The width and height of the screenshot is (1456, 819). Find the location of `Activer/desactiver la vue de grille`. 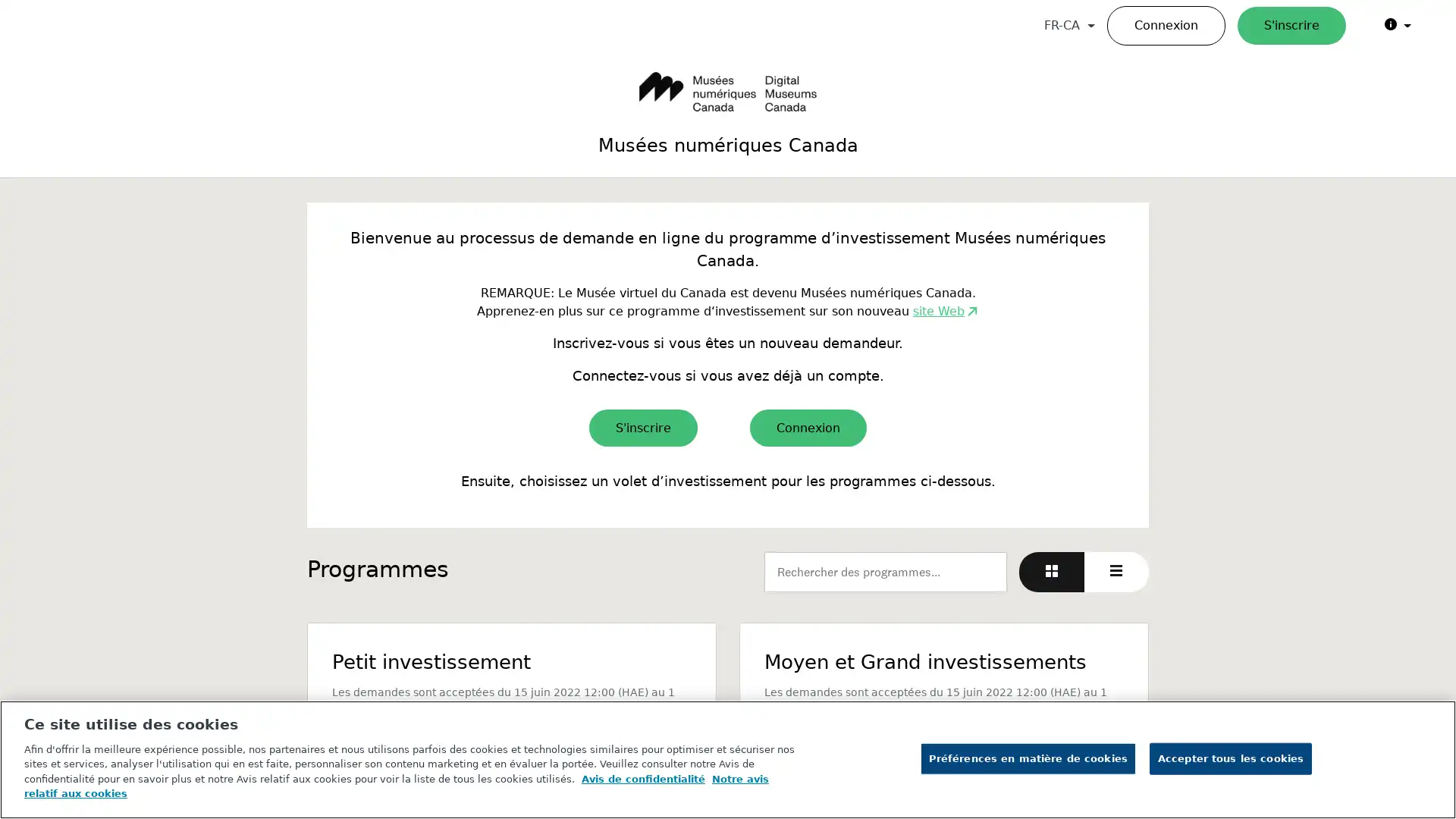

Activer/desactiver la vue de grille is located at coordinates (1051, 572).